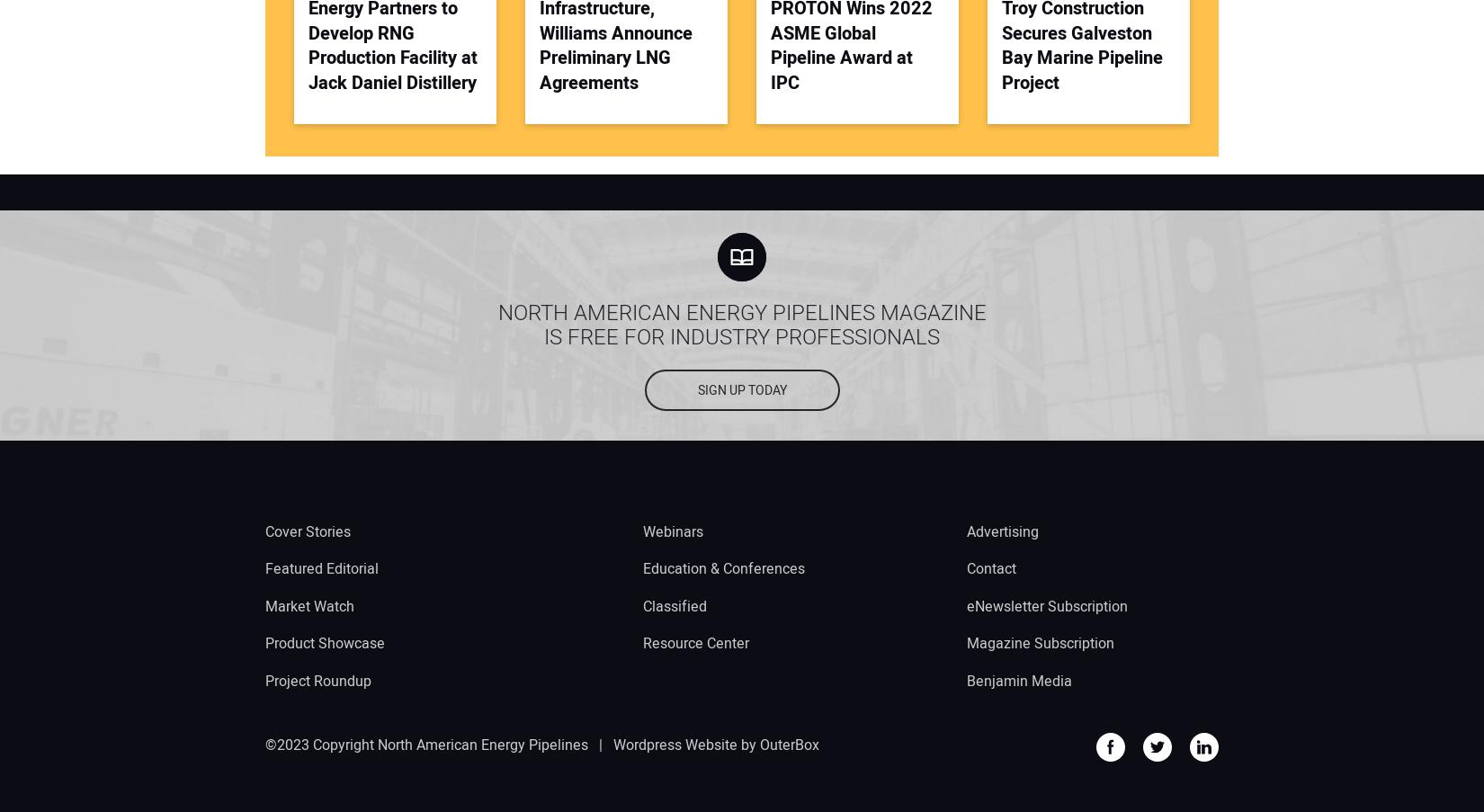  I want to click on 'Benjamin Media', so click(966, 680).